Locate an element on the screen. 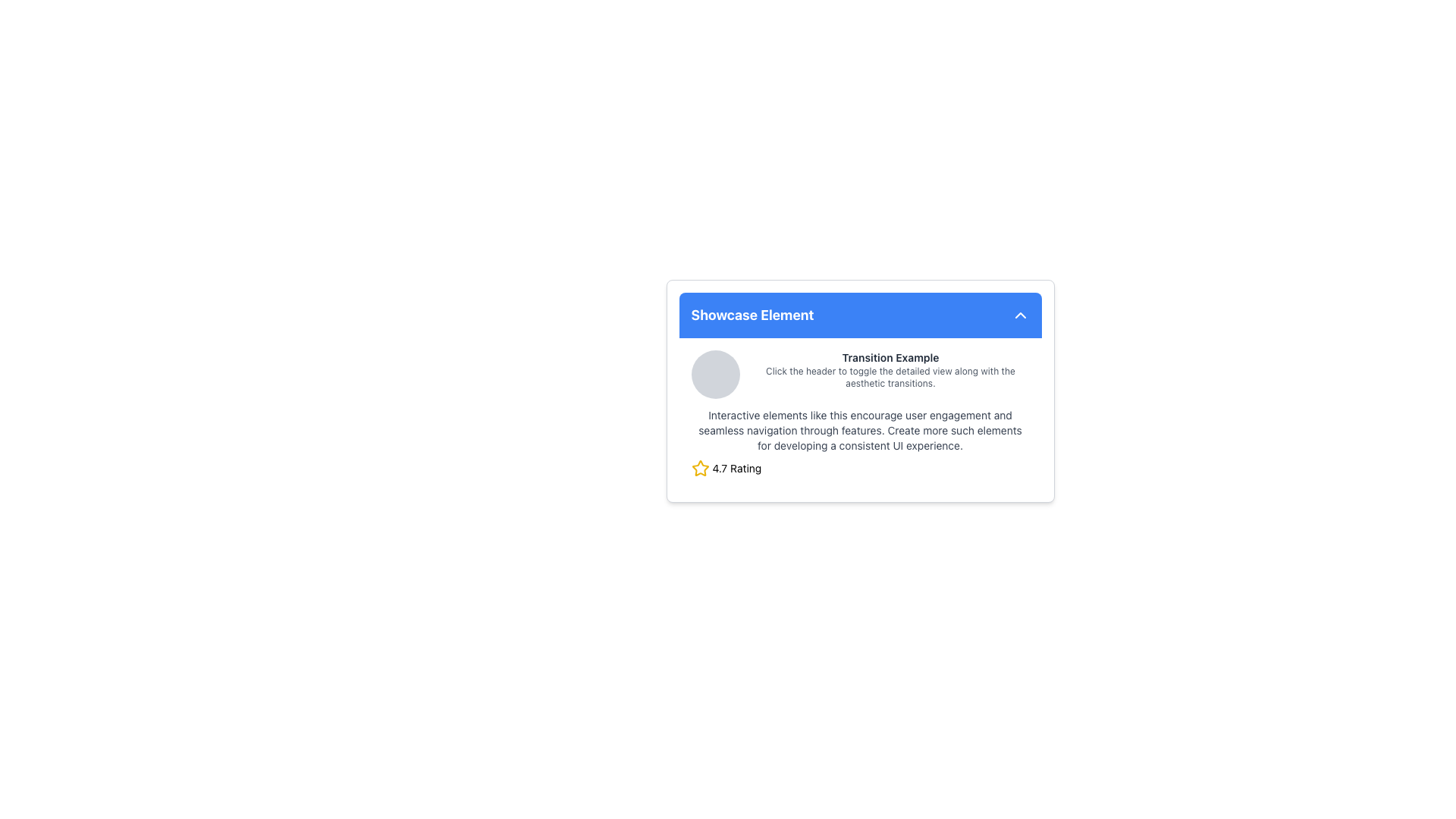 The width and height of the screenshot is (1456, 819). text block that contains 'Transition Example' in bold black text and a descriptive sentence in gray text, positioned centrally below the blue header labeled 'Showcase Element' is located at coordinates (890, 370).